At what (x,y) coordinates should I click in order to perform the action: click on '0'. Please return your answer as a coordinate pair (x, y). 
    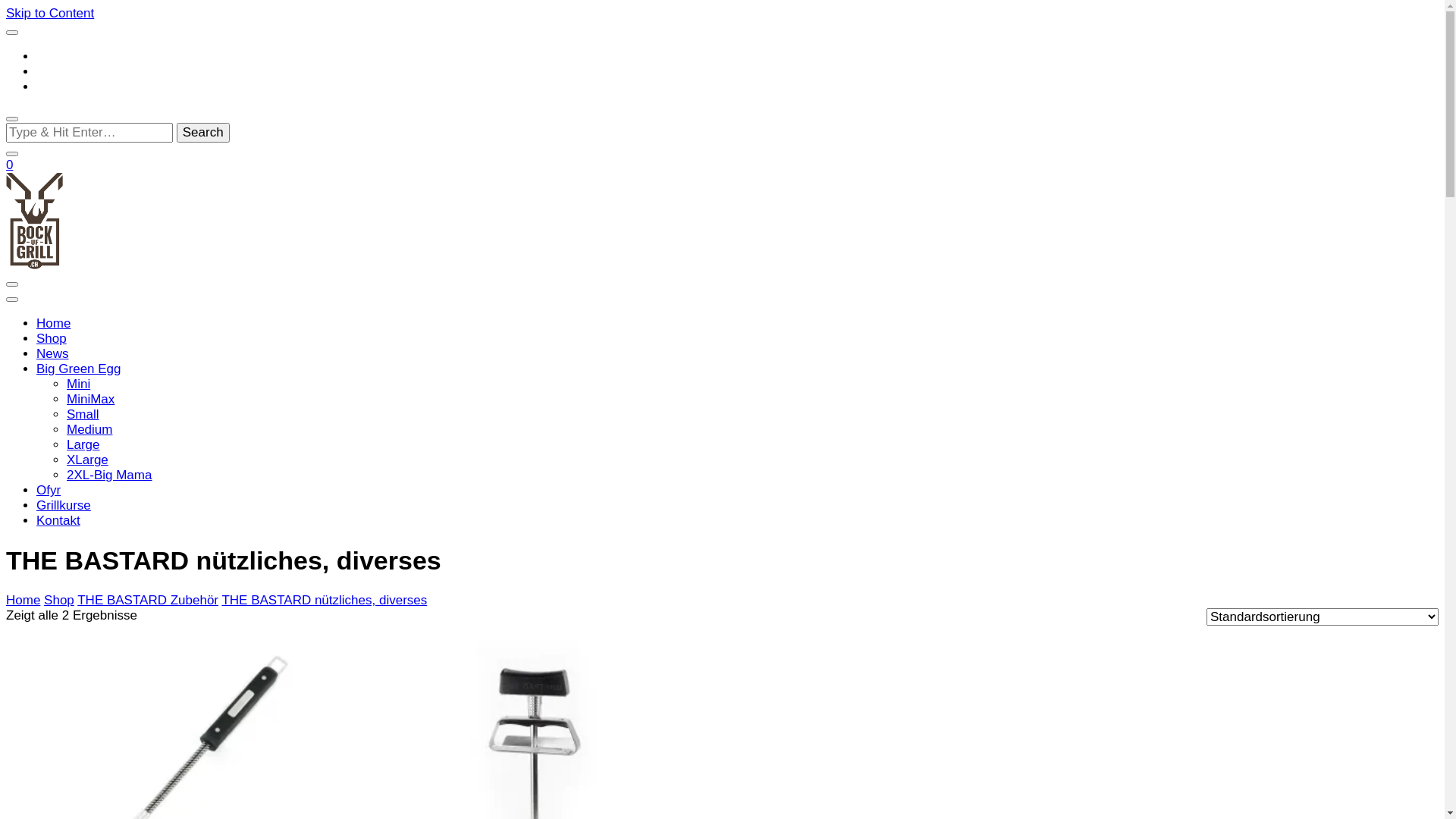
    Looking at the image, I should click on (9, 165).